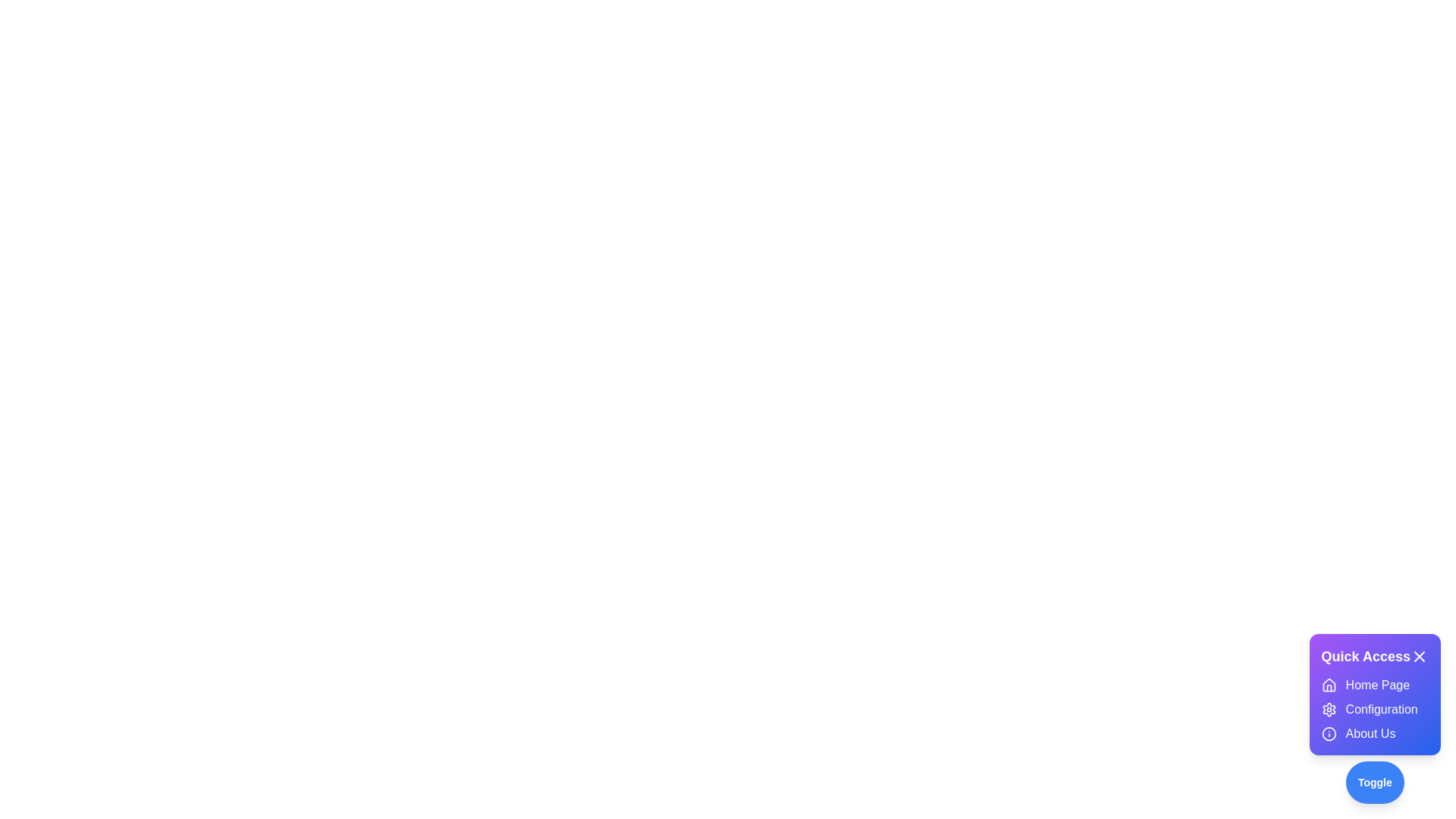 The width and height of the screenshot is (1456, 819). I want to click on the house-shaped icon located in the 'Quick Access' menu, positioned directly left of the 'Home Page' label, so click(1328, 685).